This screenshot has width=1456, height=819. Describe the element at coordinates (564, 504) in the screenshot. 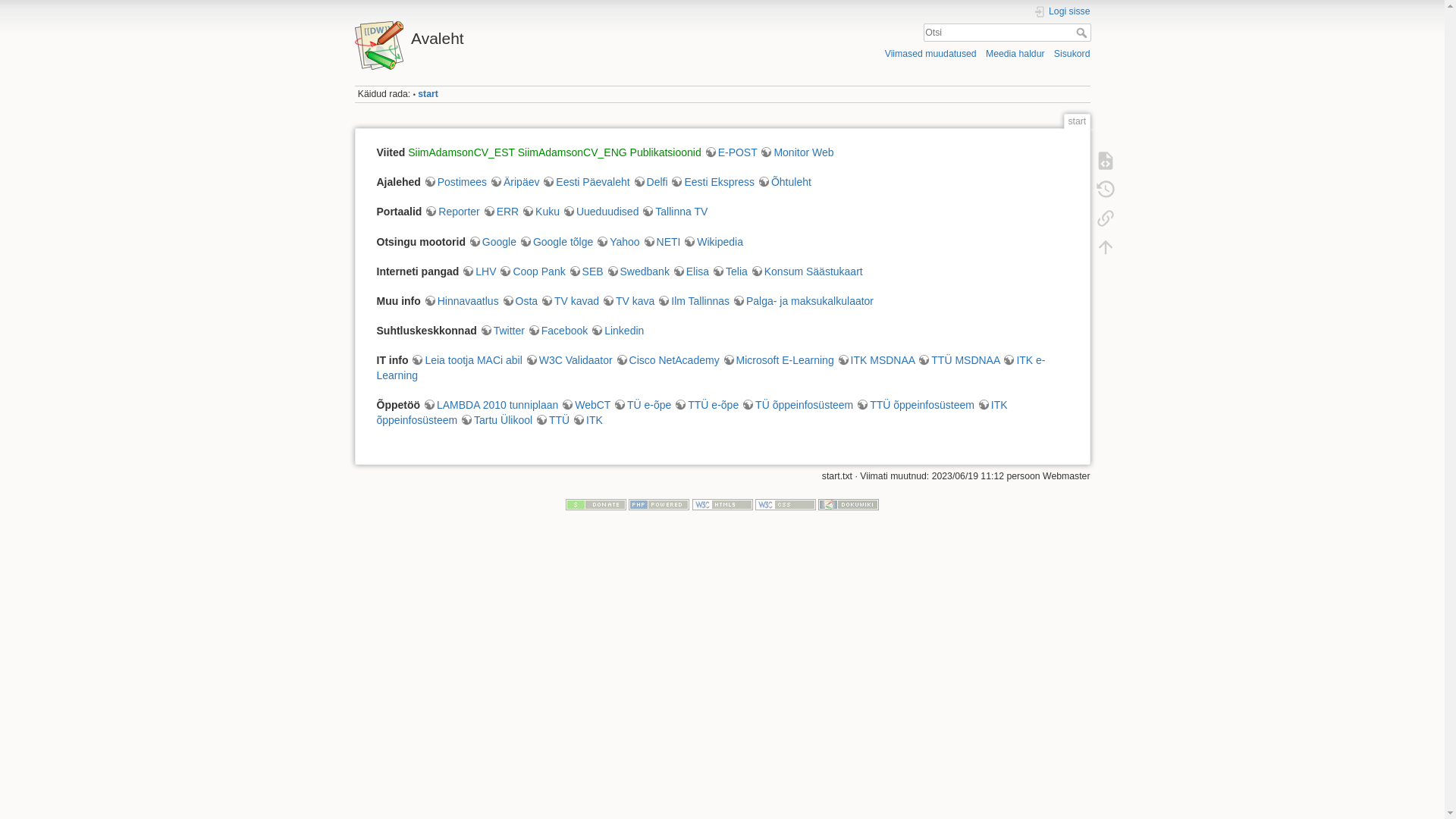

I see `'Donate'` at that location.